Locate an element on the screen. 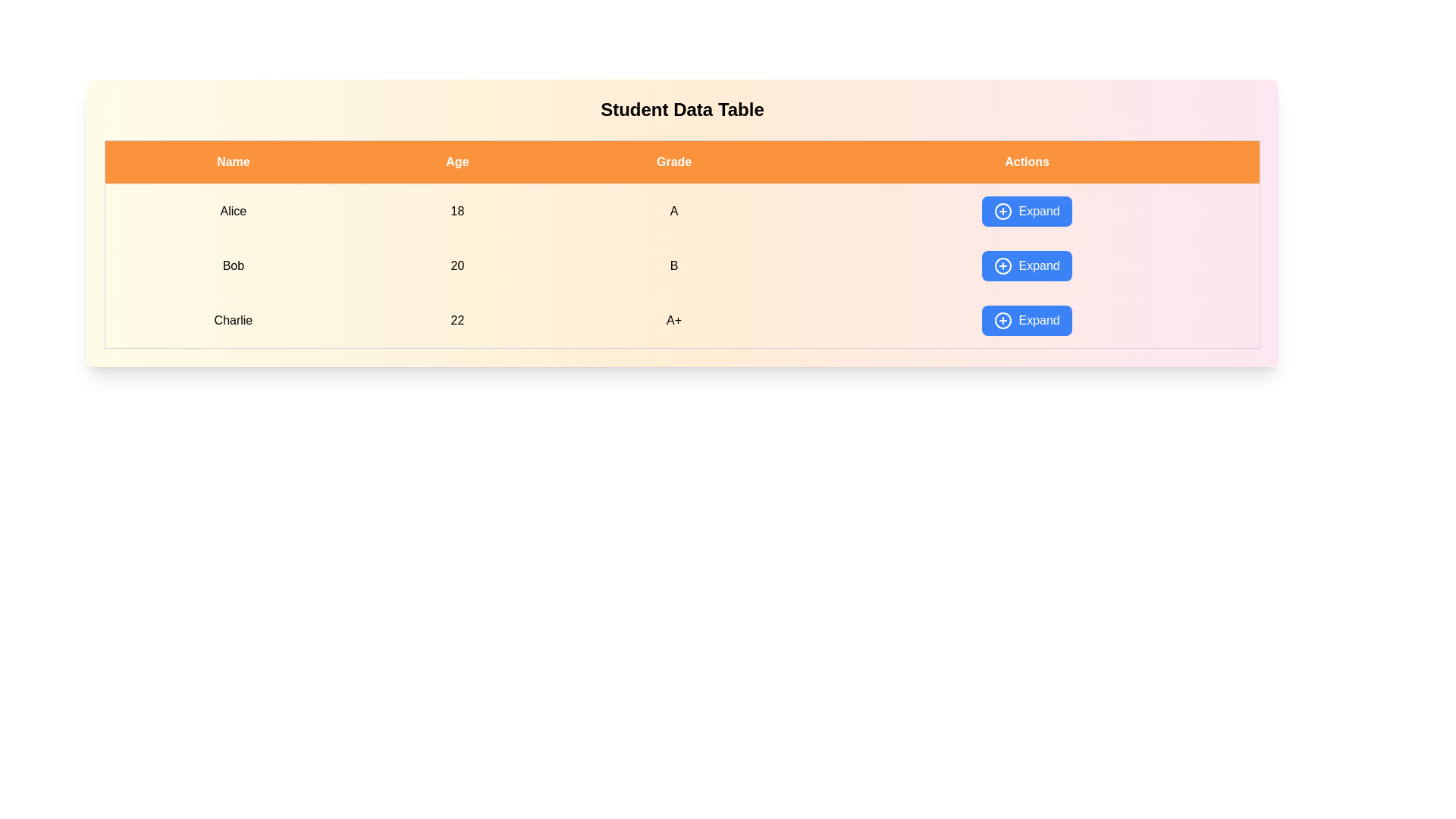  the button located is located at coordinates (1027, 211).